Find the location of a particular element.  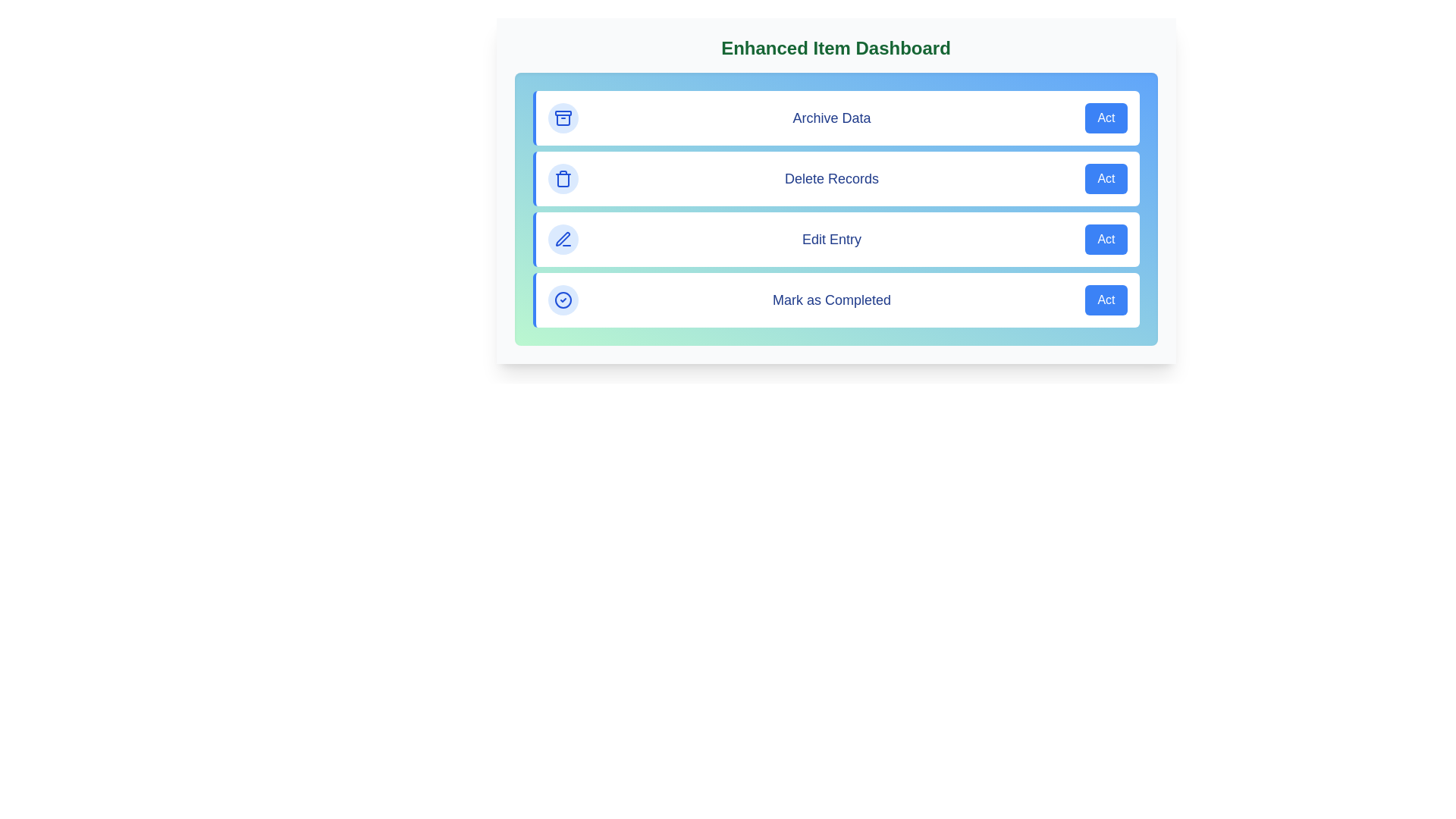

the 'Act' button for the action 'Edit Entry' is located at coordinates (1106, 239).